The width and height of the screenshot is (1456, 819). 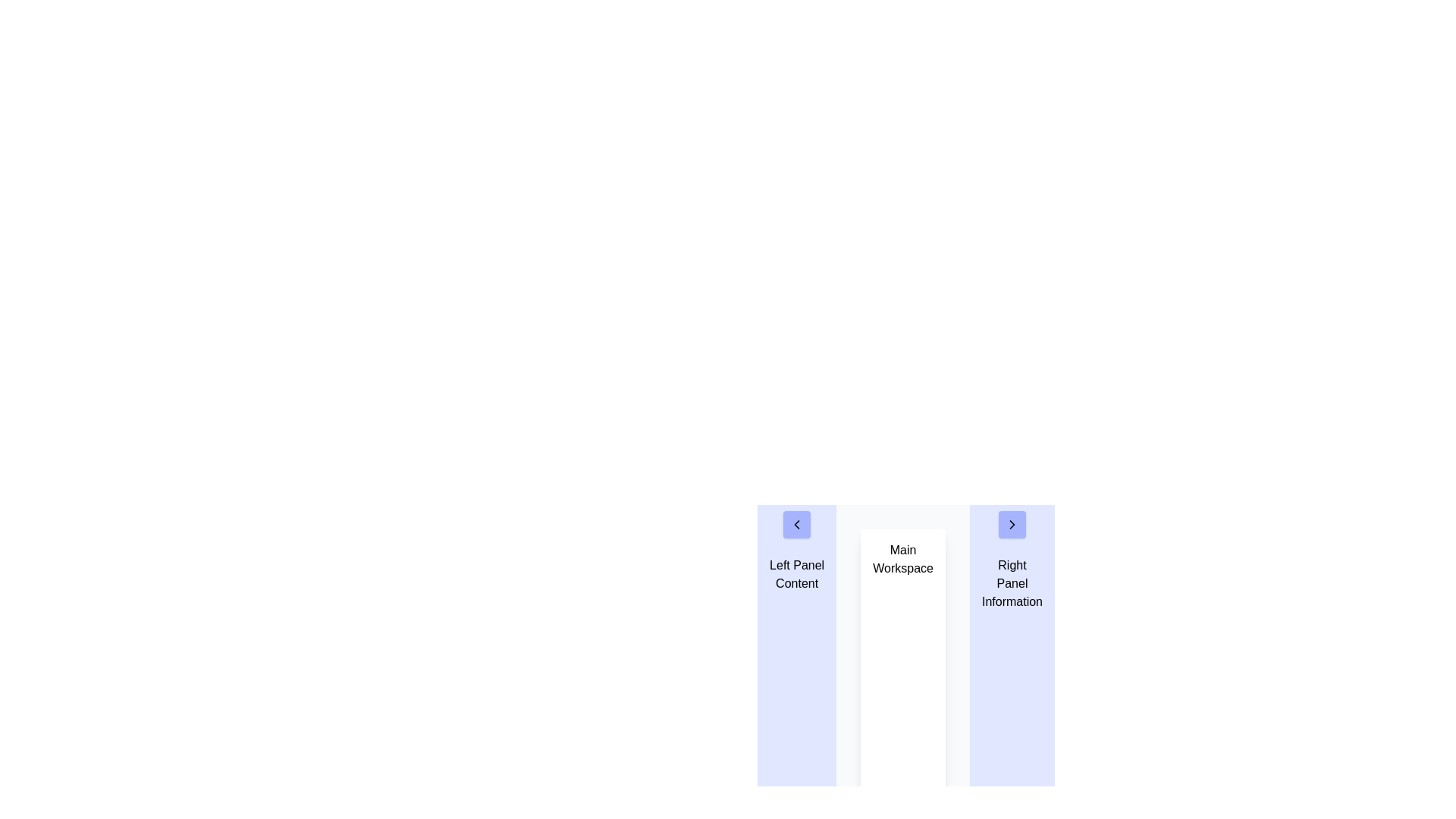 What do you see at coordinates (796, 523) in the screenshot?
I see `the button with a left-pointing chevron icon located near the top of the left panel, above the text 'Left Panel Content'` at bounding box center [796, 523].